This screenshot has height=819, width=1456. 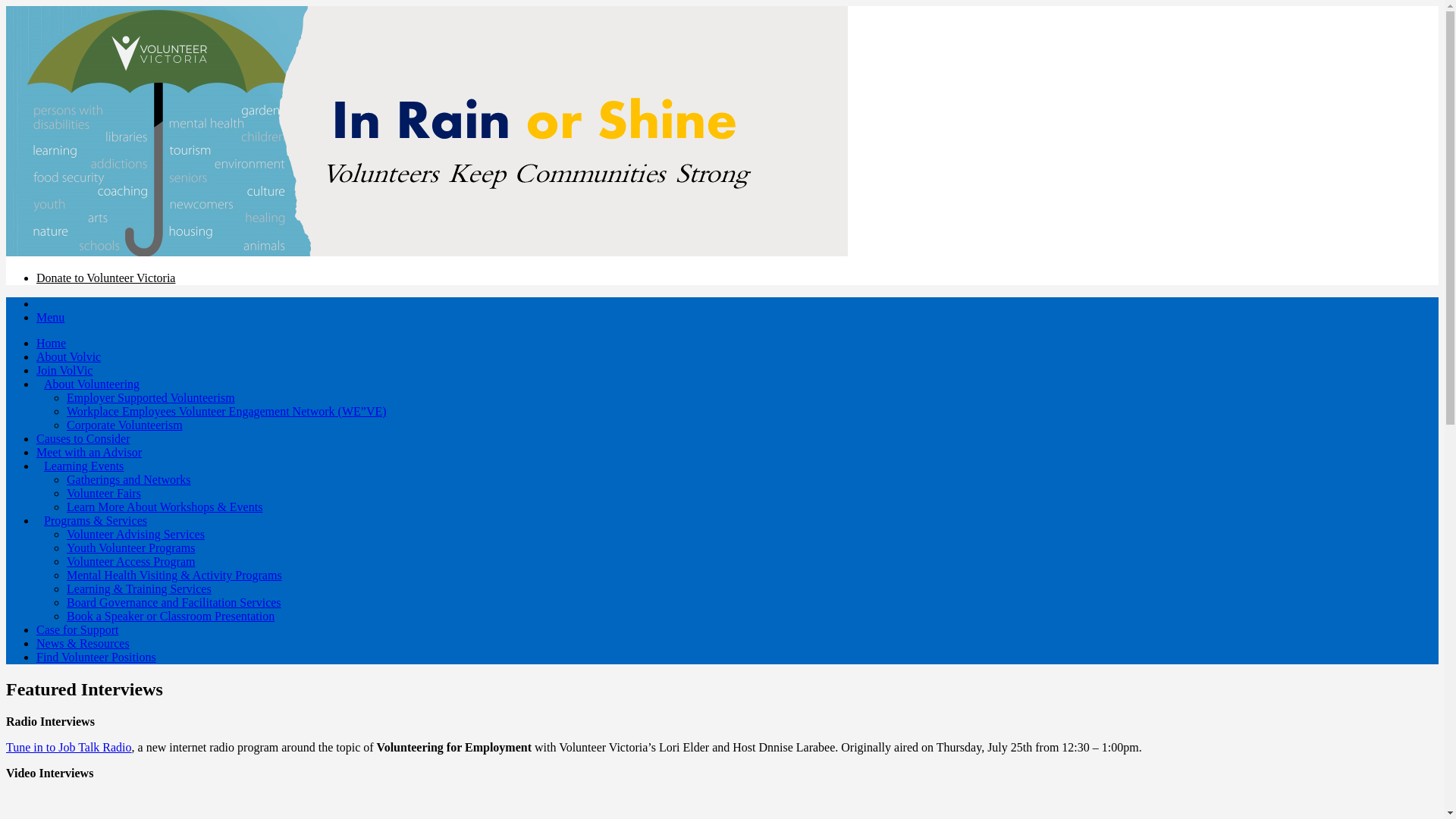 I want to click on 'About Volvic', so click(x=67, y=356).